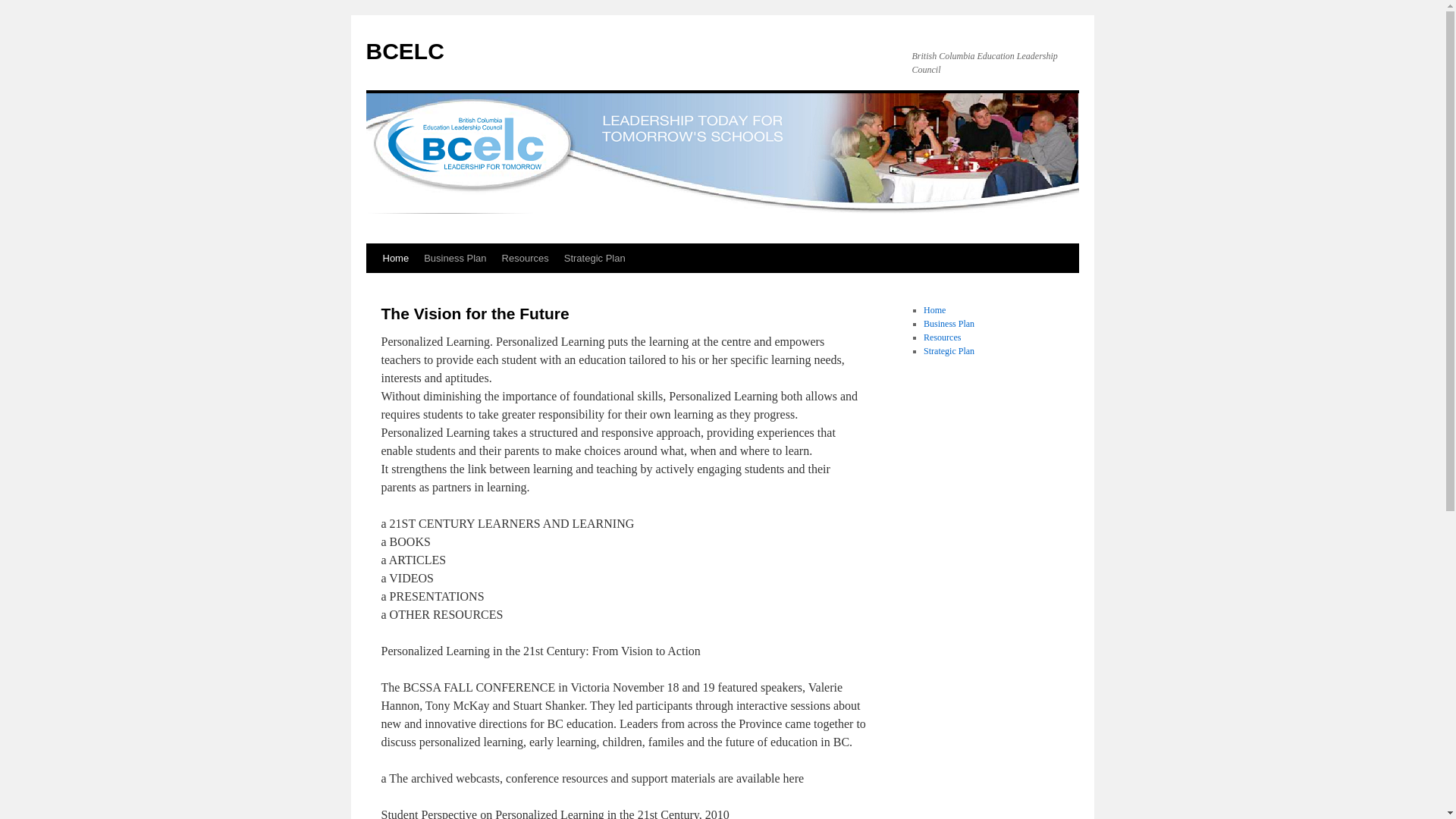  I want to click on 'Business Plan', so click(948, 323).